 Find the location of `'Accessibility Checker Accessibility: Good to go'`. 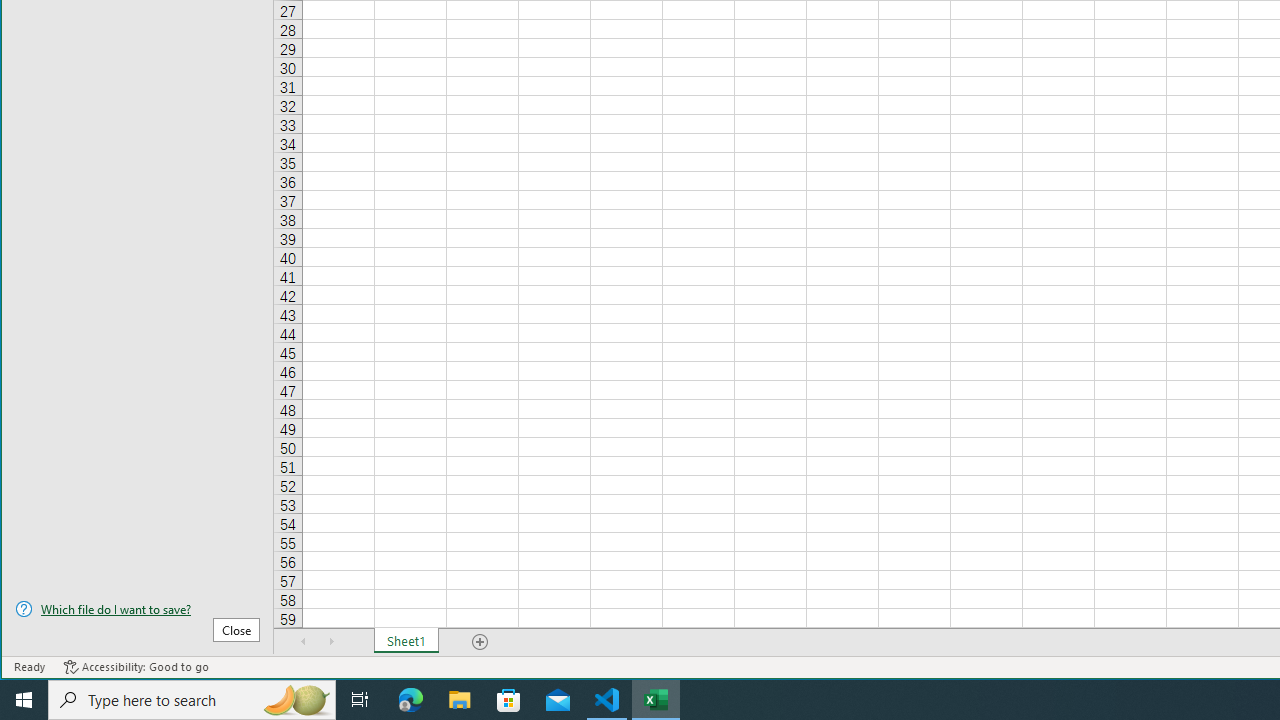

'Accessibility Checker Accessibility: Good to go' is located at coordinates (135, 667).